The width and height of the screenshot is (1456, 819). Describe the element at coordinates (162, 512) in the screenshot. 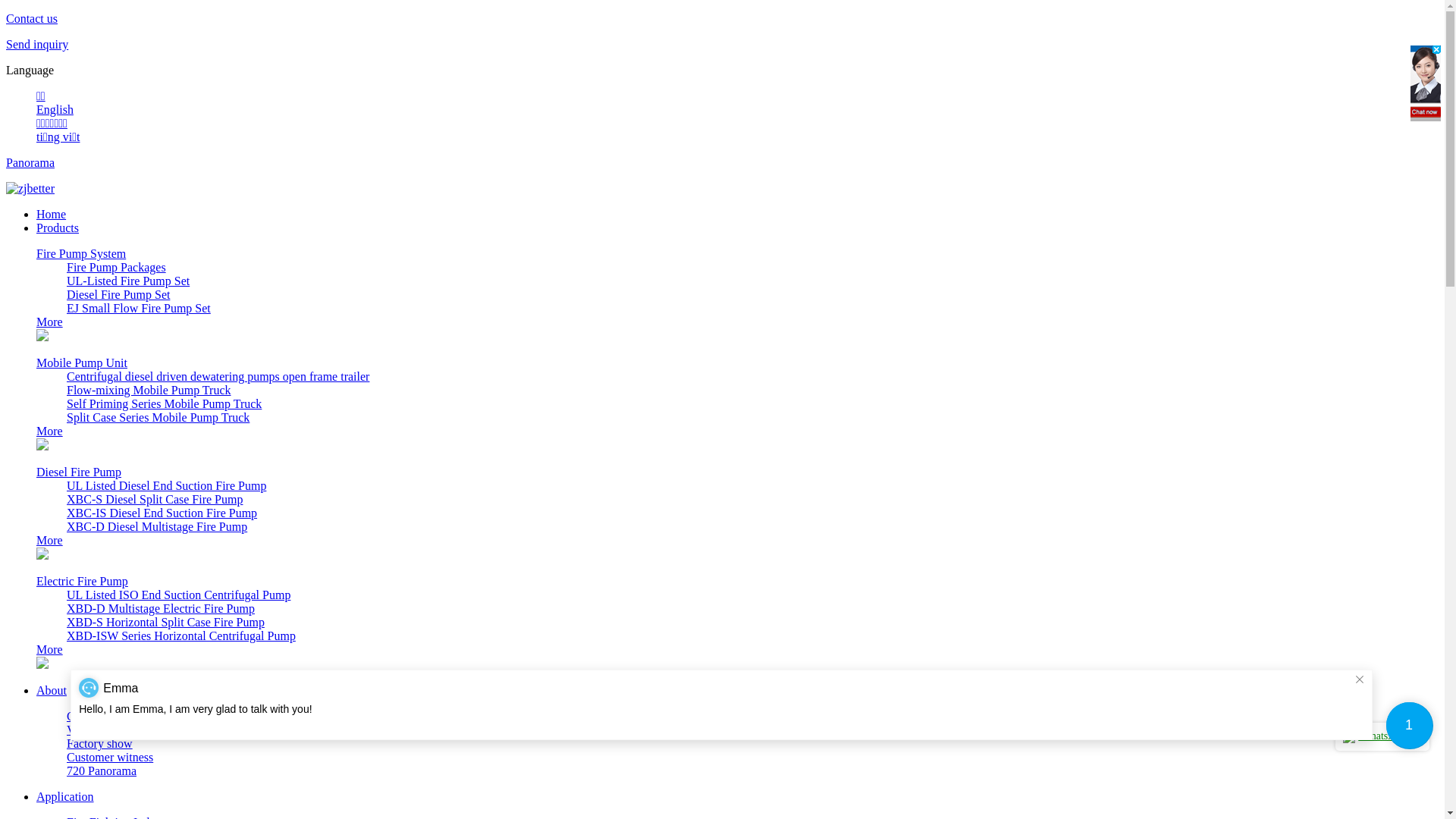

I see `'XBC-IS Diesel End Suction Fire Pump'` at that location.